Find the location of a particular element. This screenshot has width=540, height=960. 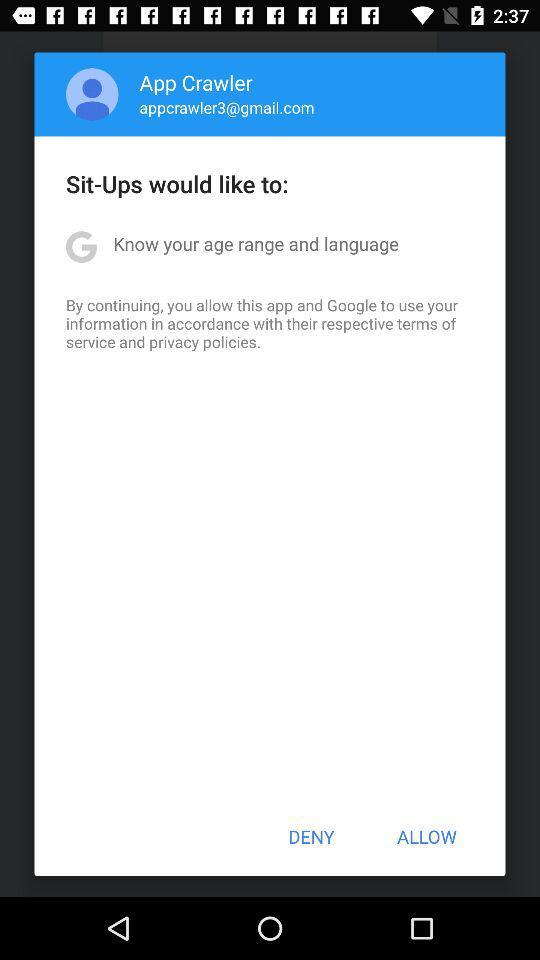

the item below by continuing you item is located at coordinates (311, 836).